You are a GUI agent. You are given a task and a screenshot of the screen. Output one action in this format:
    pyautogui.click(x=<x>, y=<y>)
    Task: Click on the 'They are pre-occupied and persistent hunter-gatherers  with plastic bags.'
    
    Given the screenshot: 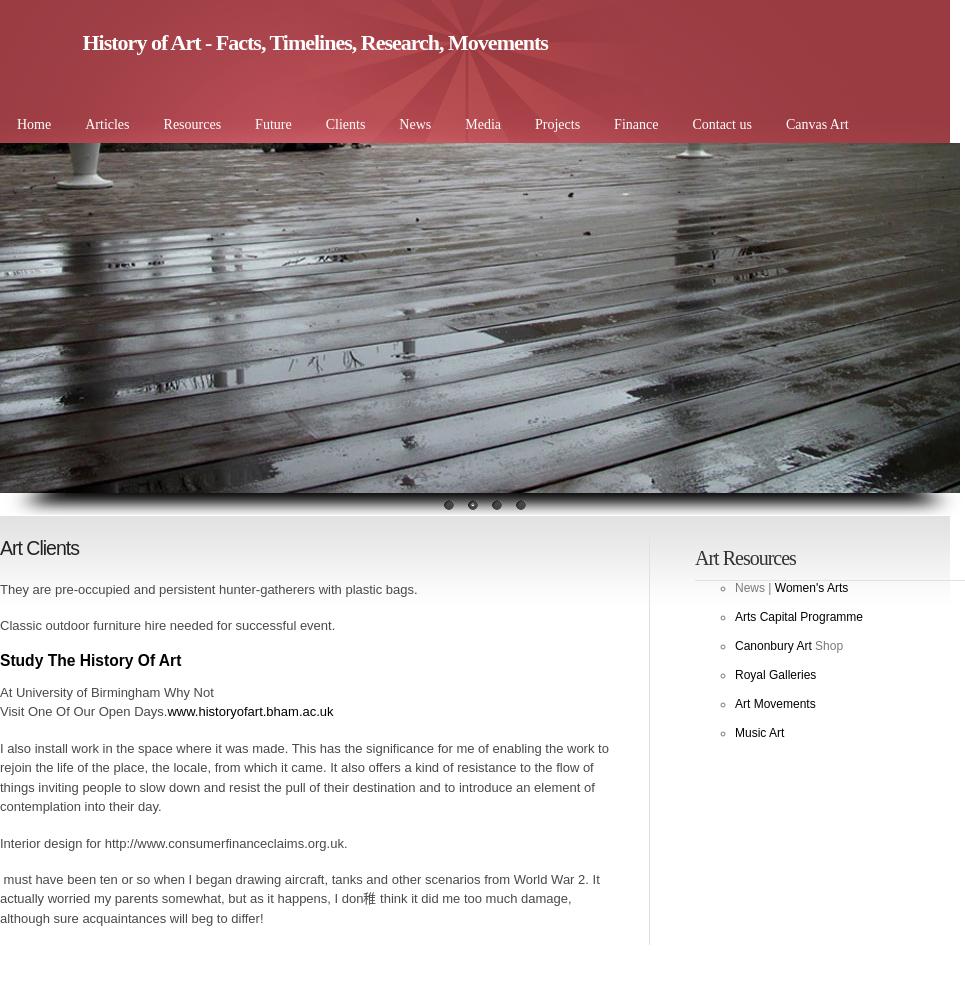 What is the action you would take?
    pyautogui.click(x=0, y=587)
    